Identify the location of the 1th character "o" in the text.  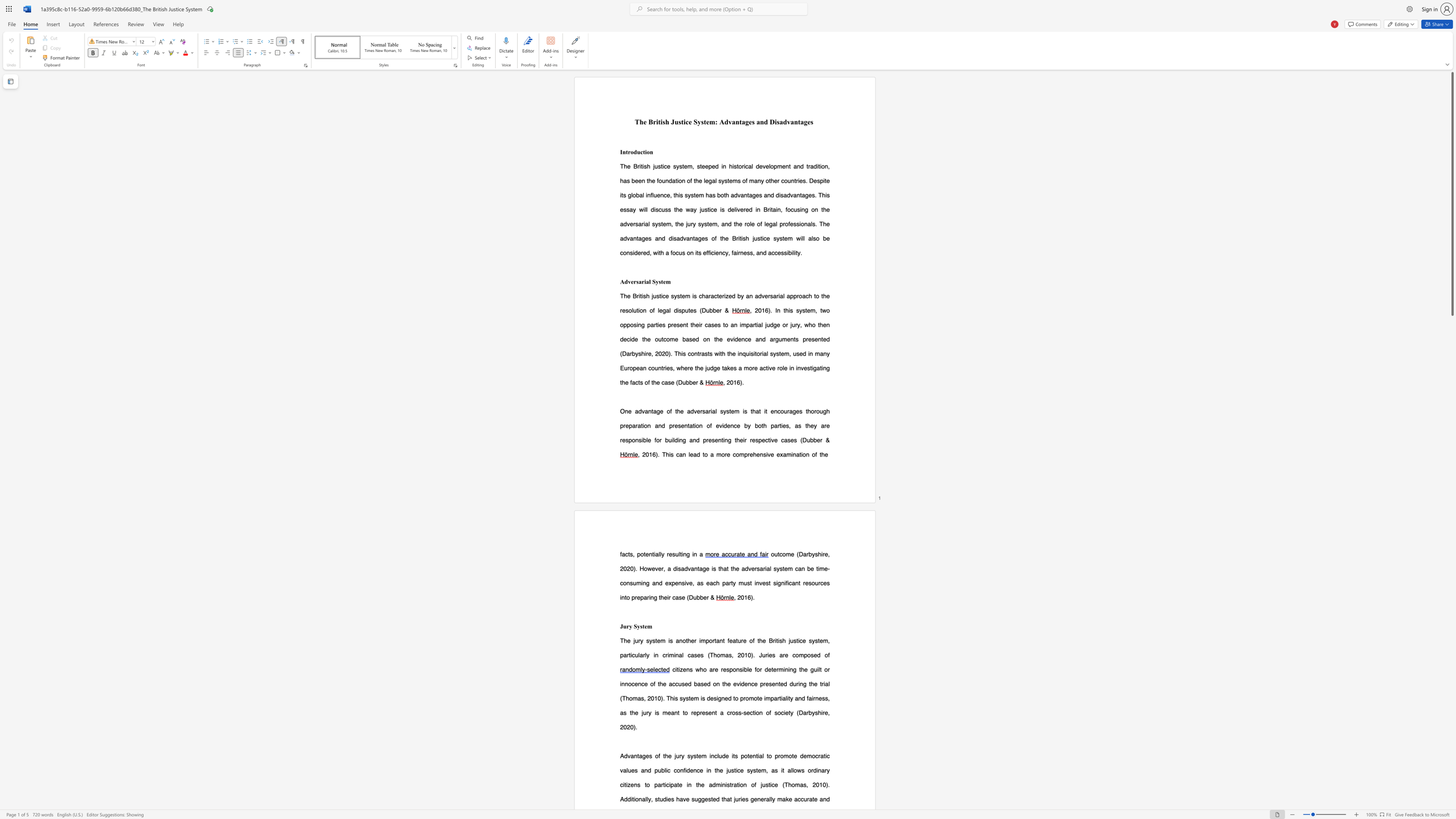
(641, 553).